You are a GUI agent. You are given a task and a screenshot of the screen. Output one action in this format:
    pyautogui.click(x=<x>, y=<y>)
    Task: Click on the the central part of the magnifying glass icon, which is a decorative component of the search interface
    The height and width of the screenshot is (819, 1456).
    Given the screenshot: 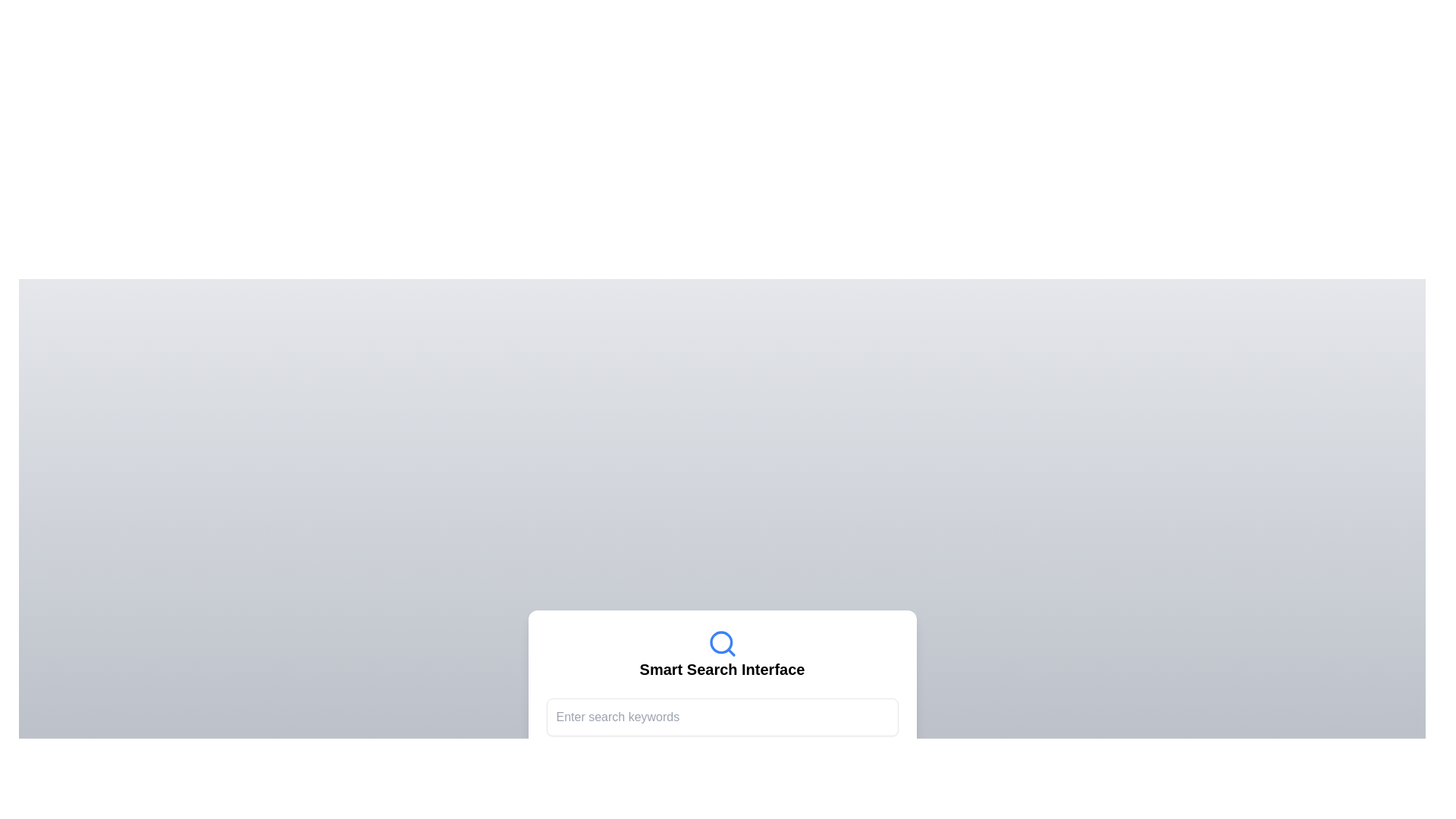 What is the action you would take?
    pyautogui.click(x=720, y=642)
    